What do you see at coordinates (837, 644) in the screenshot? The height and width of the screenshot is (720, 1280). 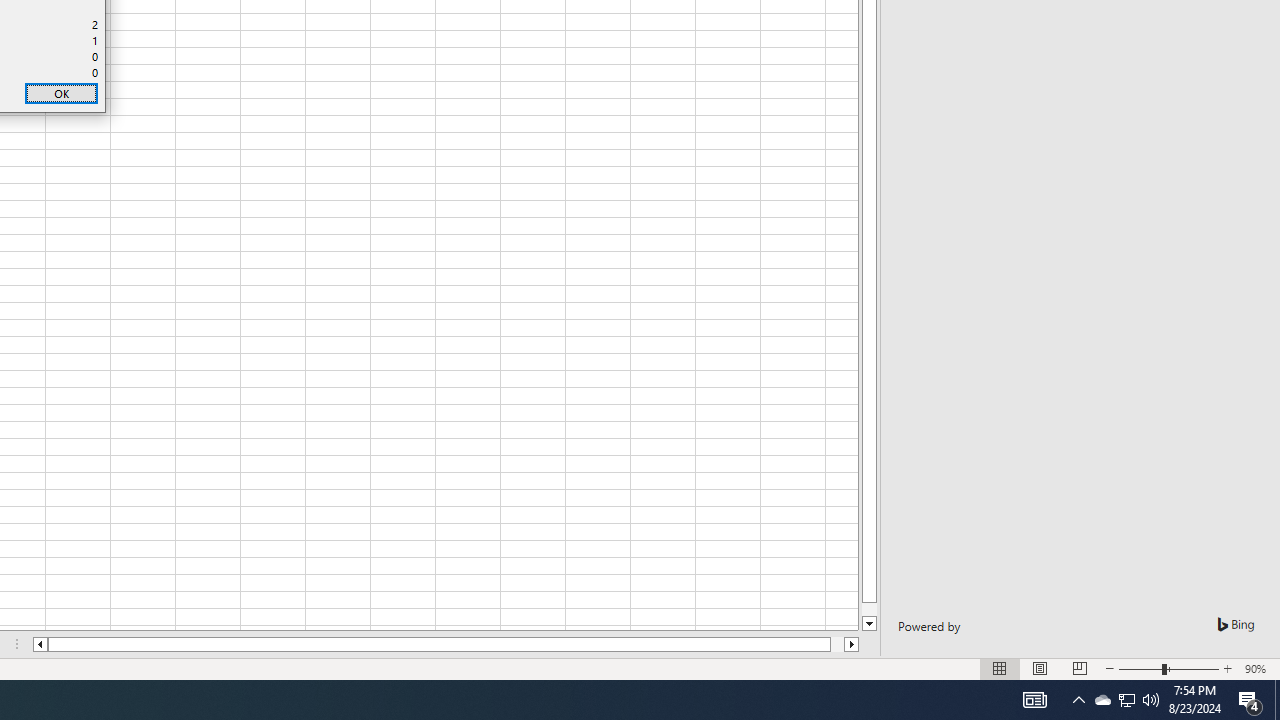 I see `'Page right'` at bounding box center [837, 644].